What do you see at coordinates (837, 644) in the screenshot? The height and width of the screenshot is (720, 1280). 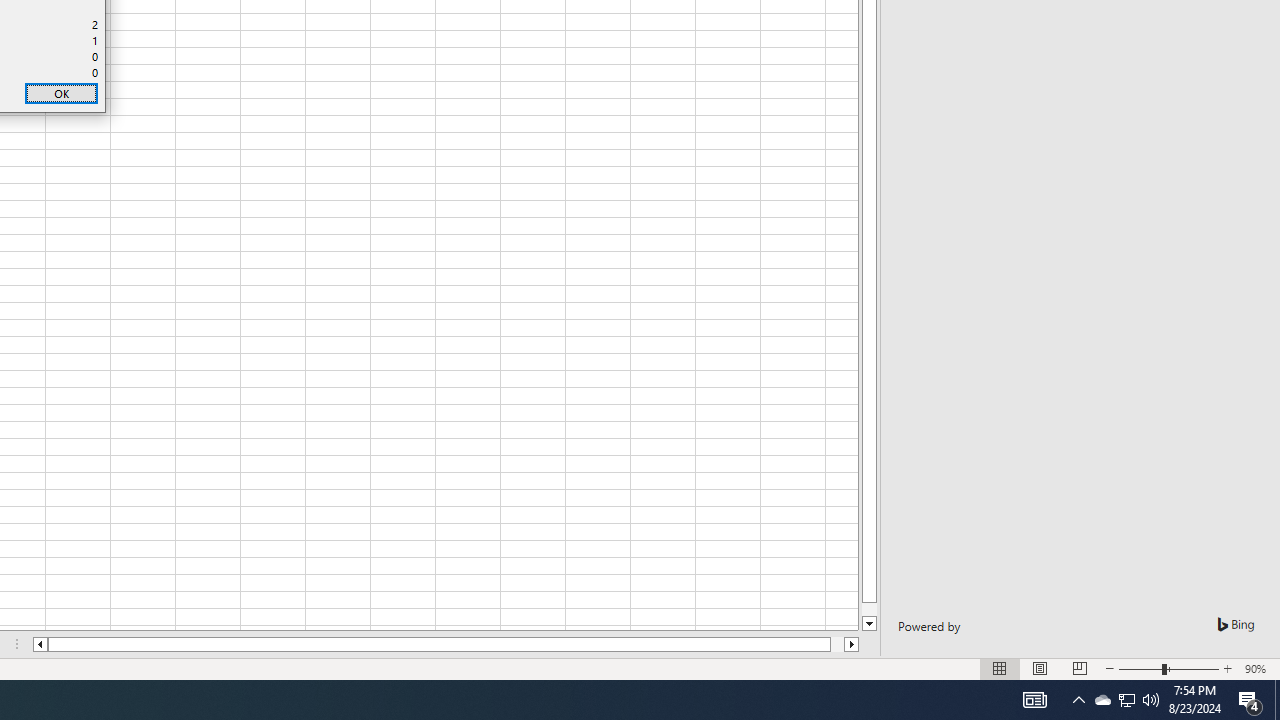 I see `'Page right'` at bounding box center [837, 644].